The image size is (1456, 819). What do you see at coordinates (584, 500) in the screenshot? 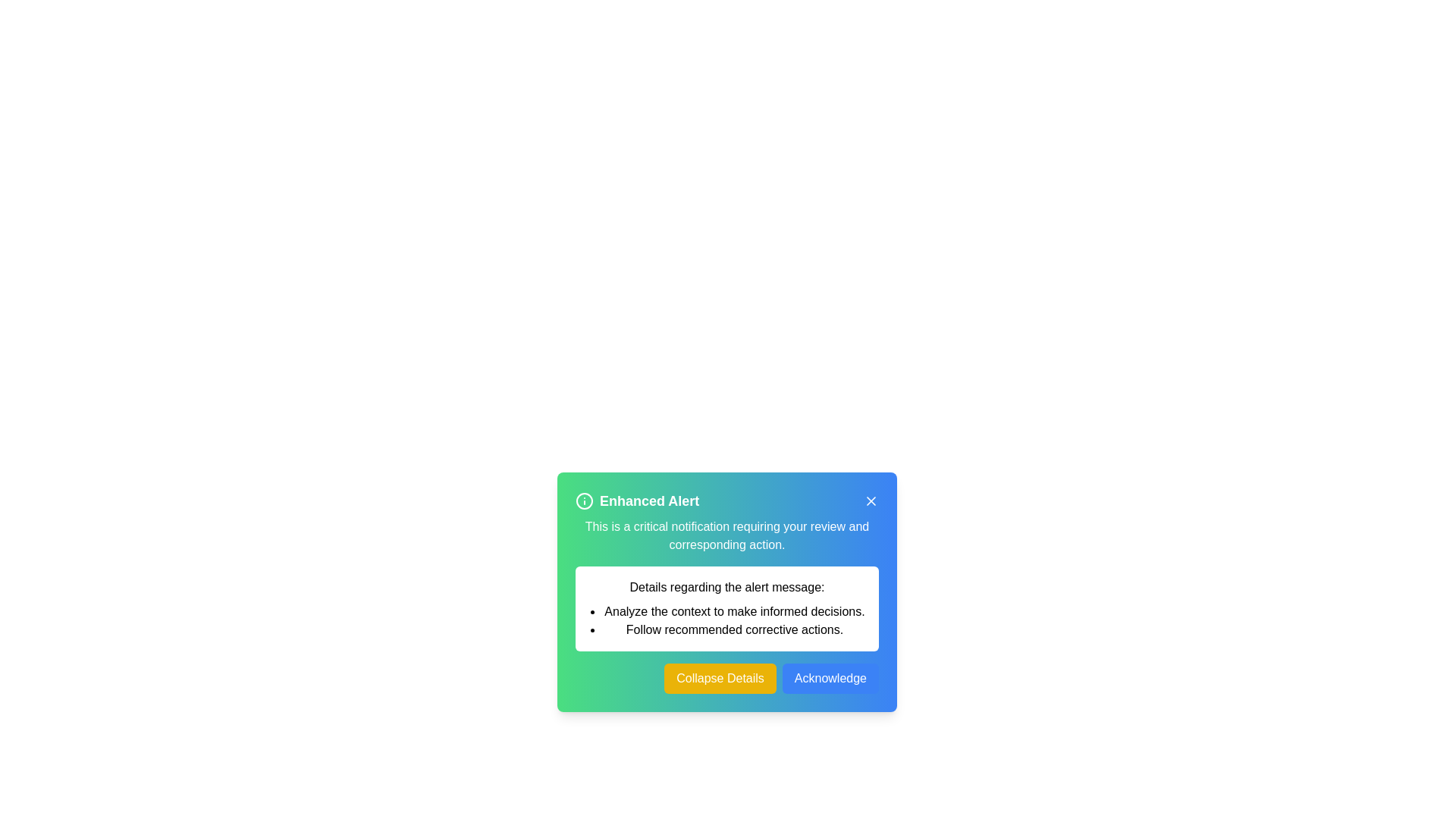
I see `the Information Icon, which is a circular icon with a white outline and an 'i' character on a green background, located to the left of the 'Enhanced Alert' text in the header section of a notification box` at bounding box center [584, 500].